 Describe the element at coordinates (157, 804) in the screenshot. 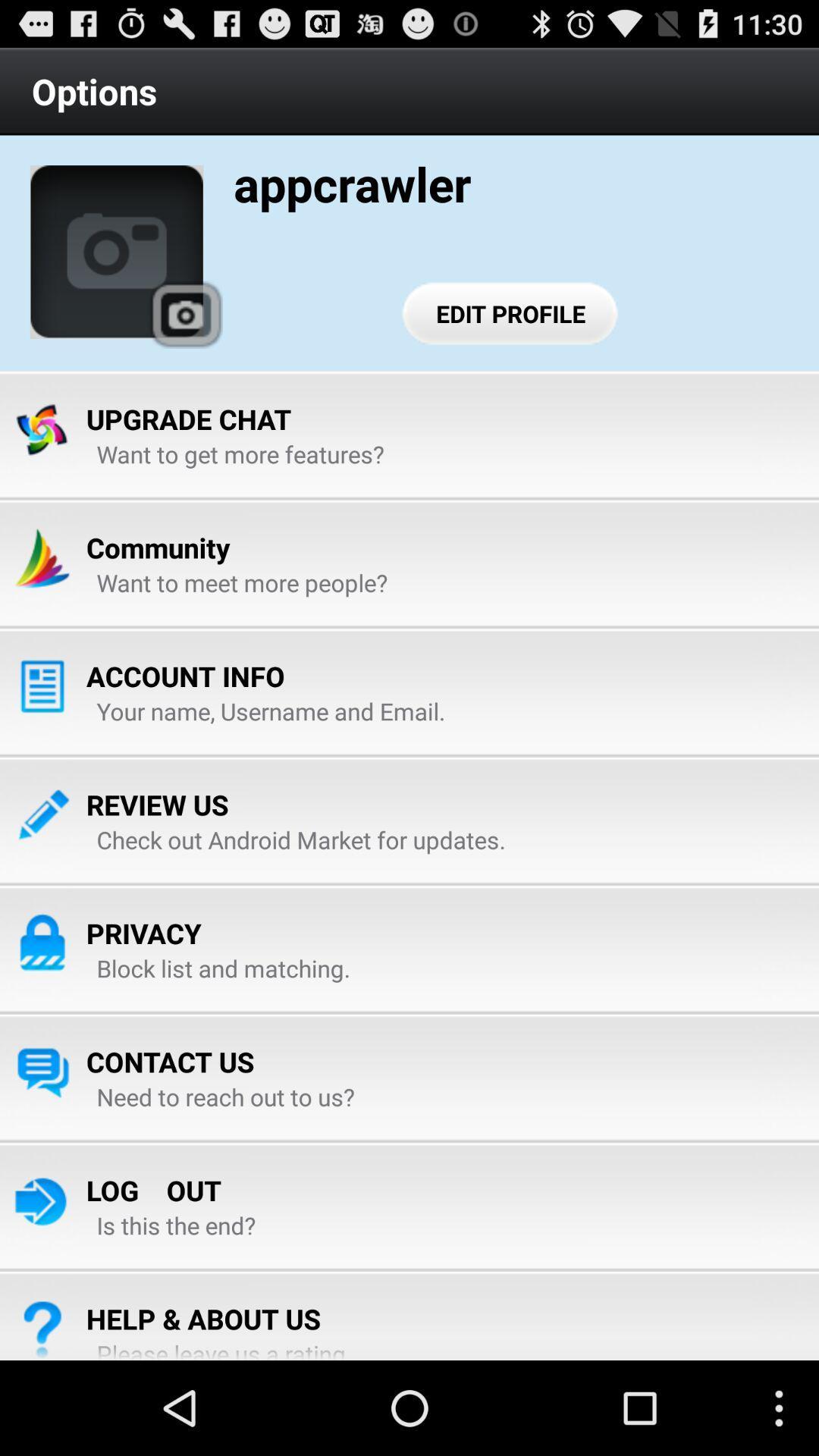

I see `item below the your name username app` at that location.